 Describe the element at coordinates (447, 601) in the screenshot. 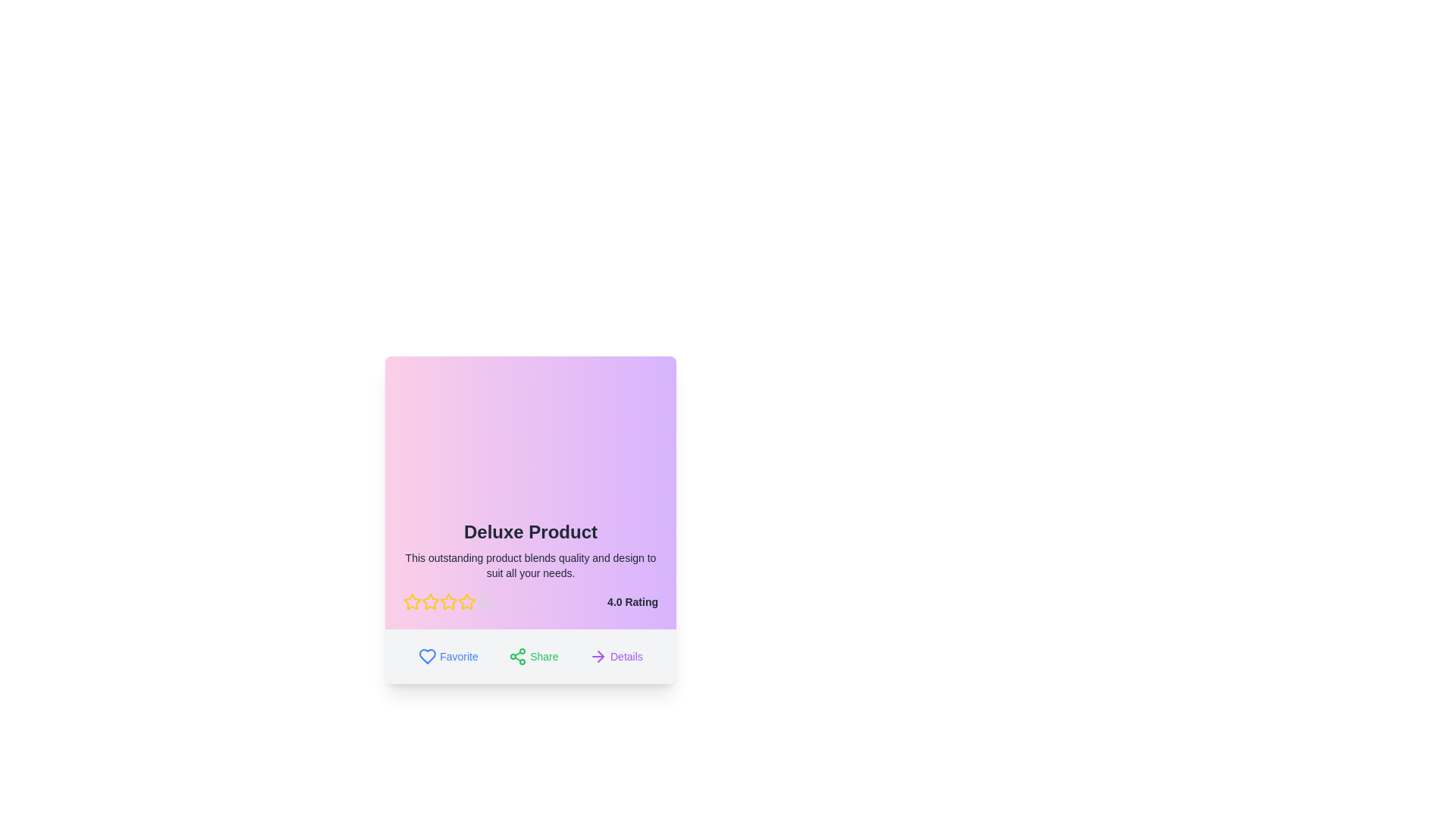

I see `the fourth star icon` at that location.